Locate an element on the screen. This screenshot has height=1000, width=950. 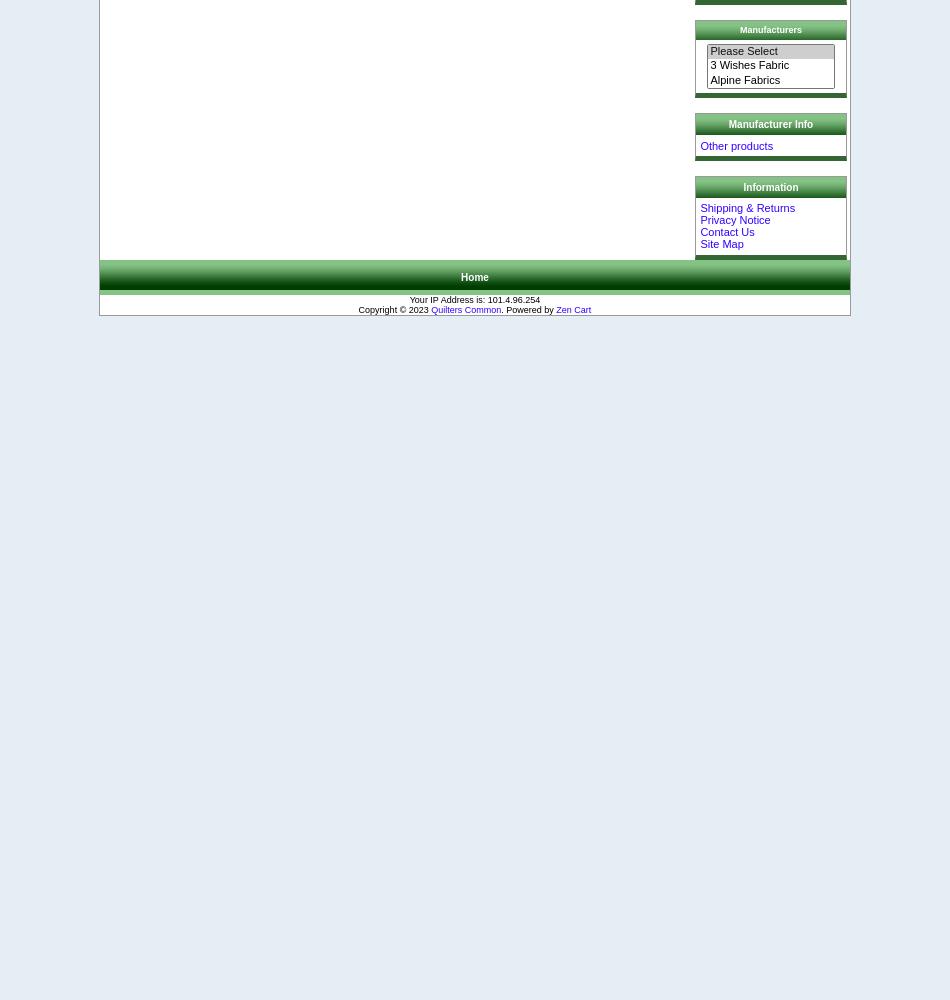
'Your IP Address is:   101.4.96.254' is located at coordinates (473, 299).